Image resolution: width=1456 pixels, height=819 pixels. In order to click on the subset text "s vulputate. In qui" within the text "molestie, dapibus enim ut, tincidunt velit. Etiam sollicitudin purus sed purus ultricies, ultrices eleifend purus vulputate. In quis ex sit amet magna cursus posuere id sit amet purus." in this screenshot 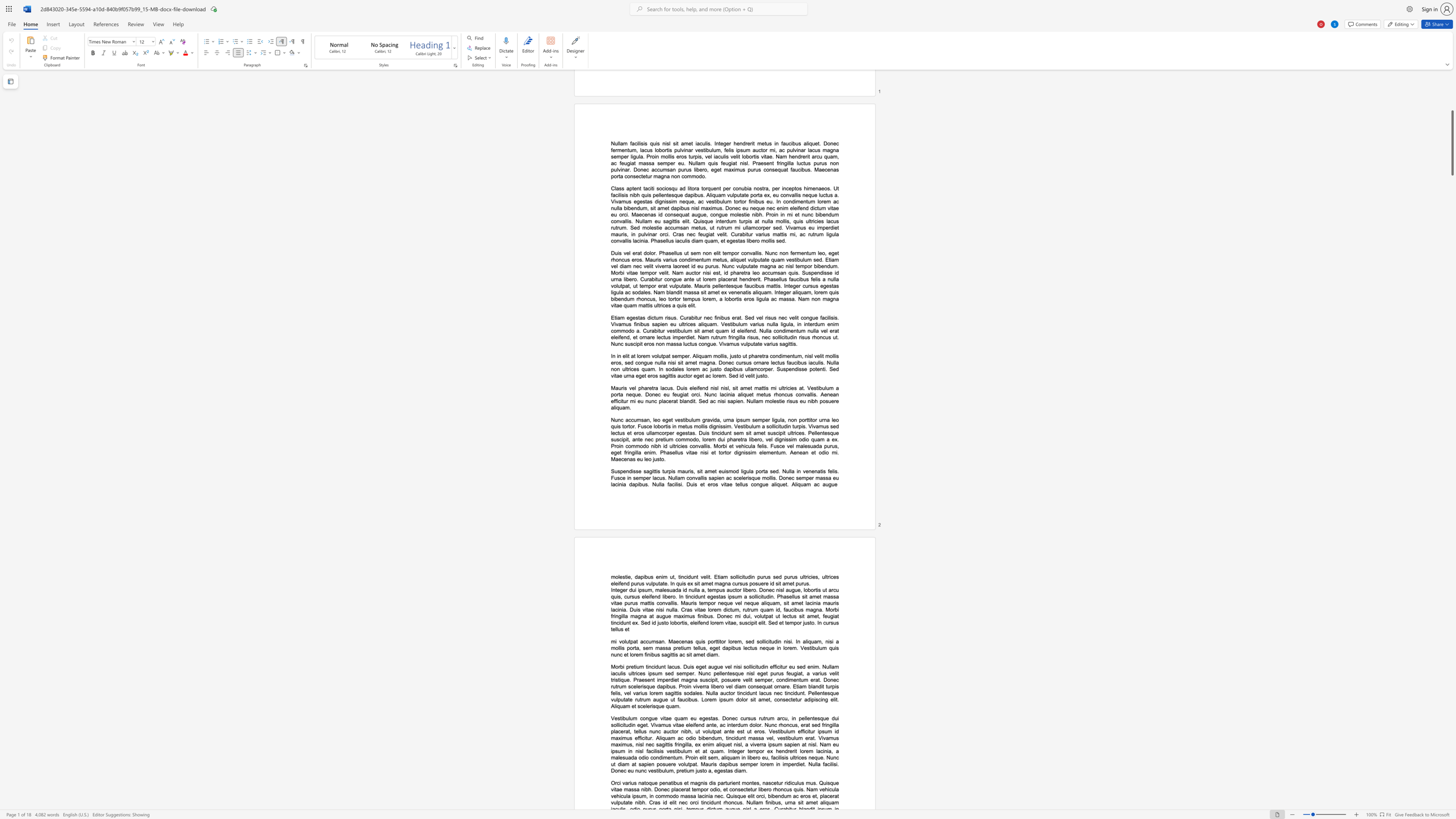, I will do `click(641, 583)`.